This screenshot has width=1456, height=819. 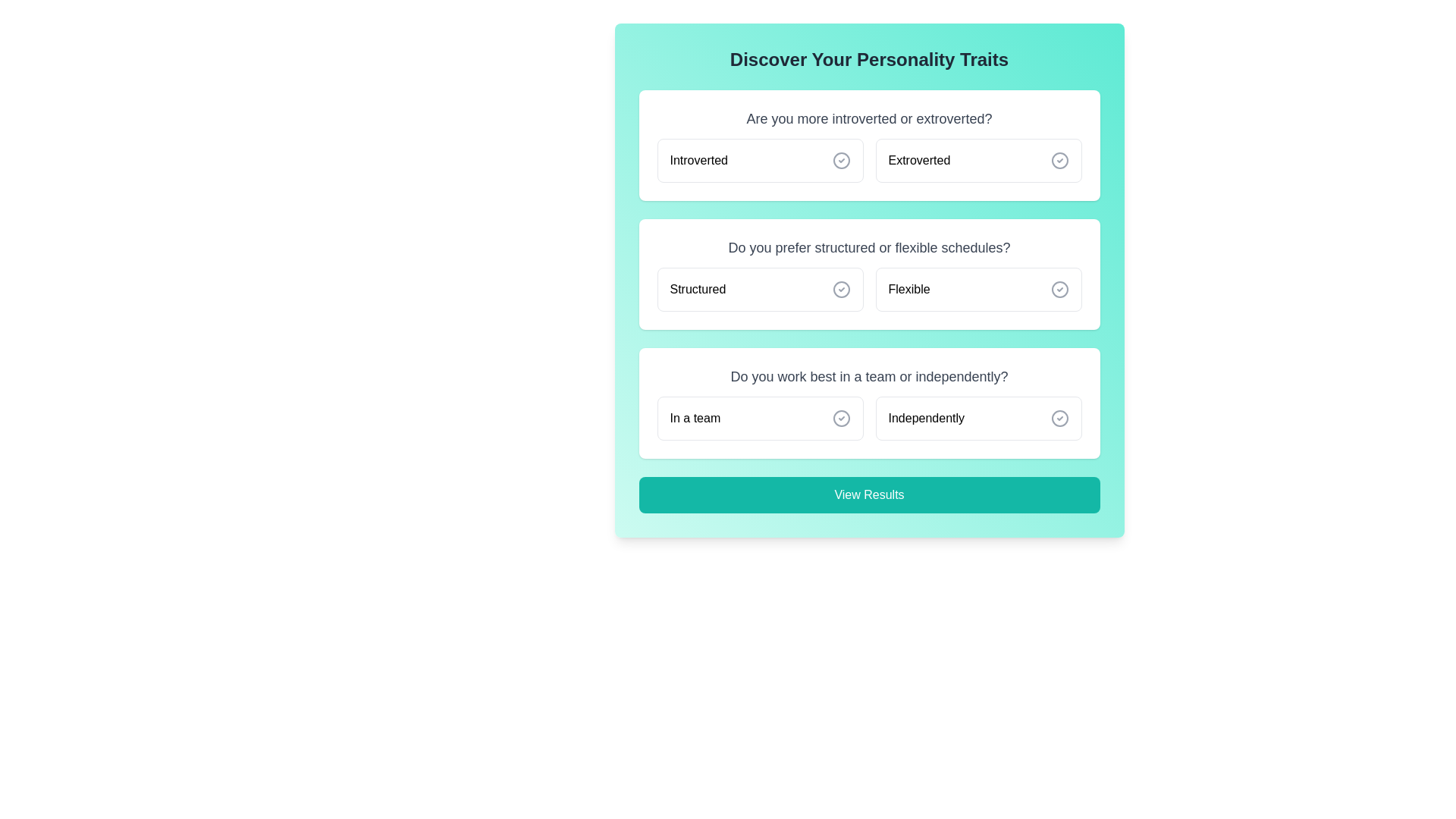 I want to click on the 'Flexible' label for the interactive selection option located in the second set of options under 'Discover Your Personality Traits', positioned to the right of 'Structured', so click(x=909, y=289).